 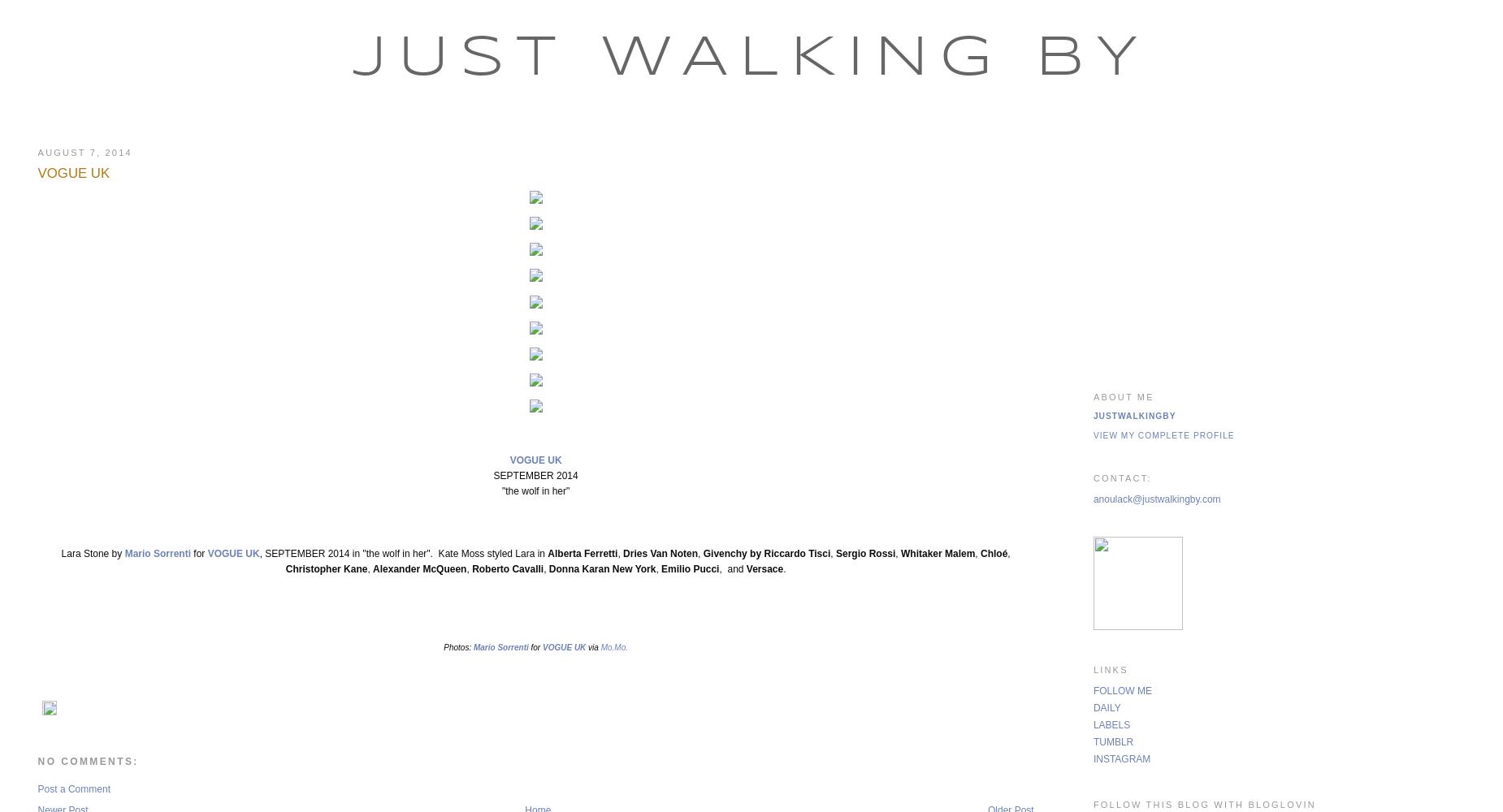 I want to click on 'Photos:', so click(x=458, y=647).